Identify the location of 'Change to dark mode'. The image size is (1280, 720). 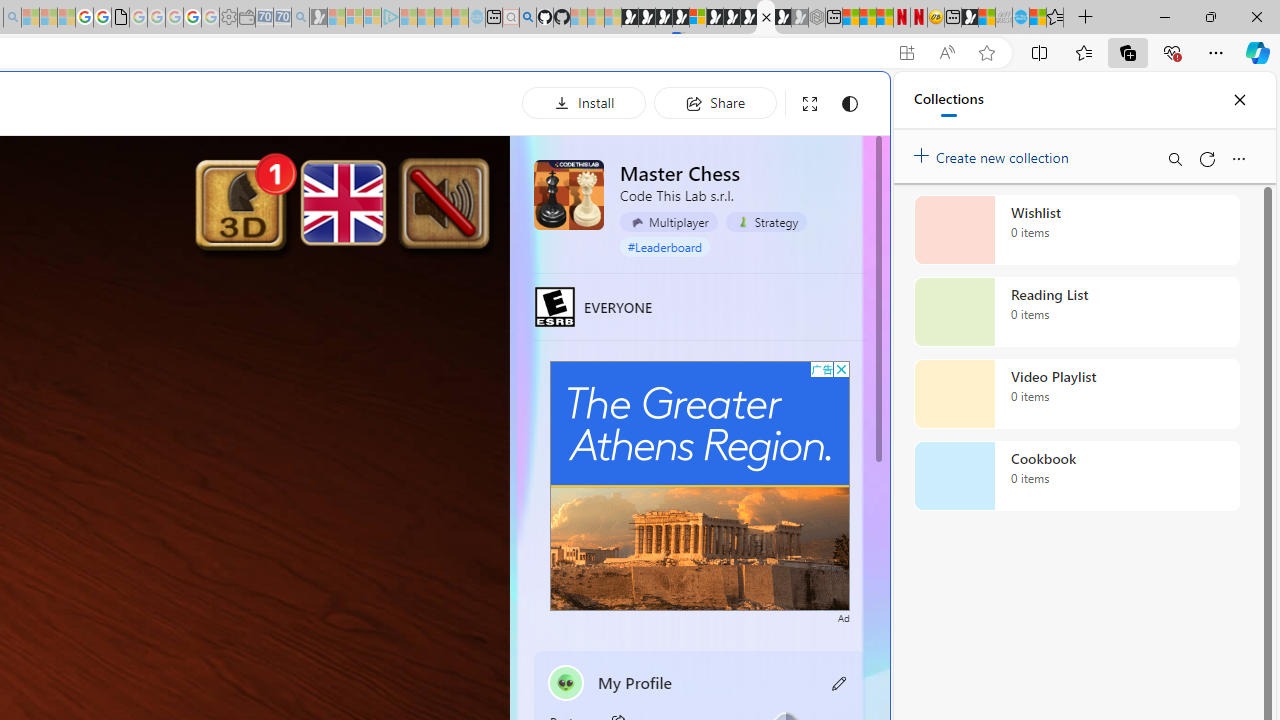
(849, 103).